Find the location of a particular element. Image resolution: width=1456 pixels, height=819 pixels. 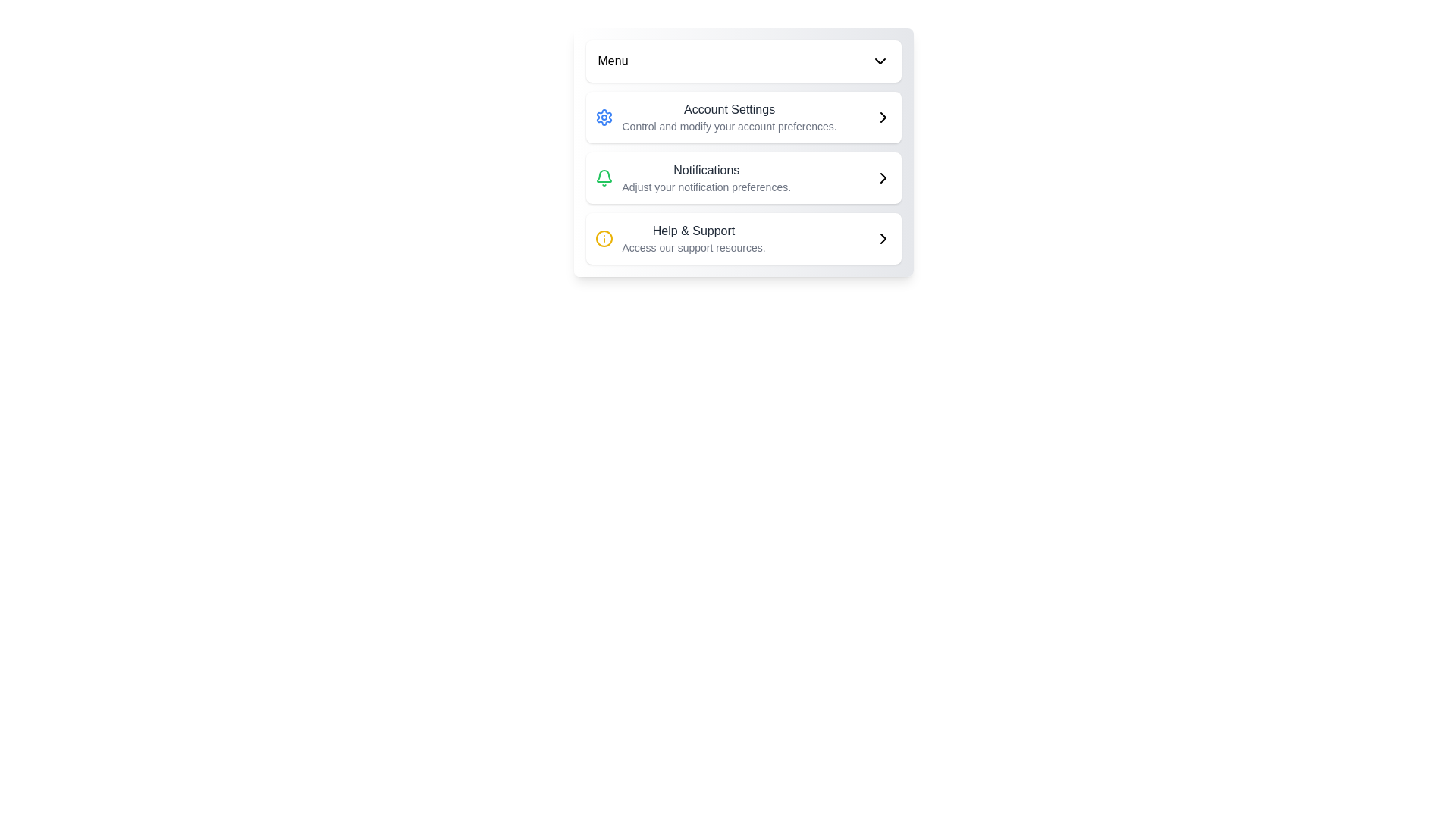

the 'Help & Support' navigation link, which features a white background, rounded corners, a yellow circular badge with a symbol, and bold text followed by smaller text is located at coordinates (743, 239).